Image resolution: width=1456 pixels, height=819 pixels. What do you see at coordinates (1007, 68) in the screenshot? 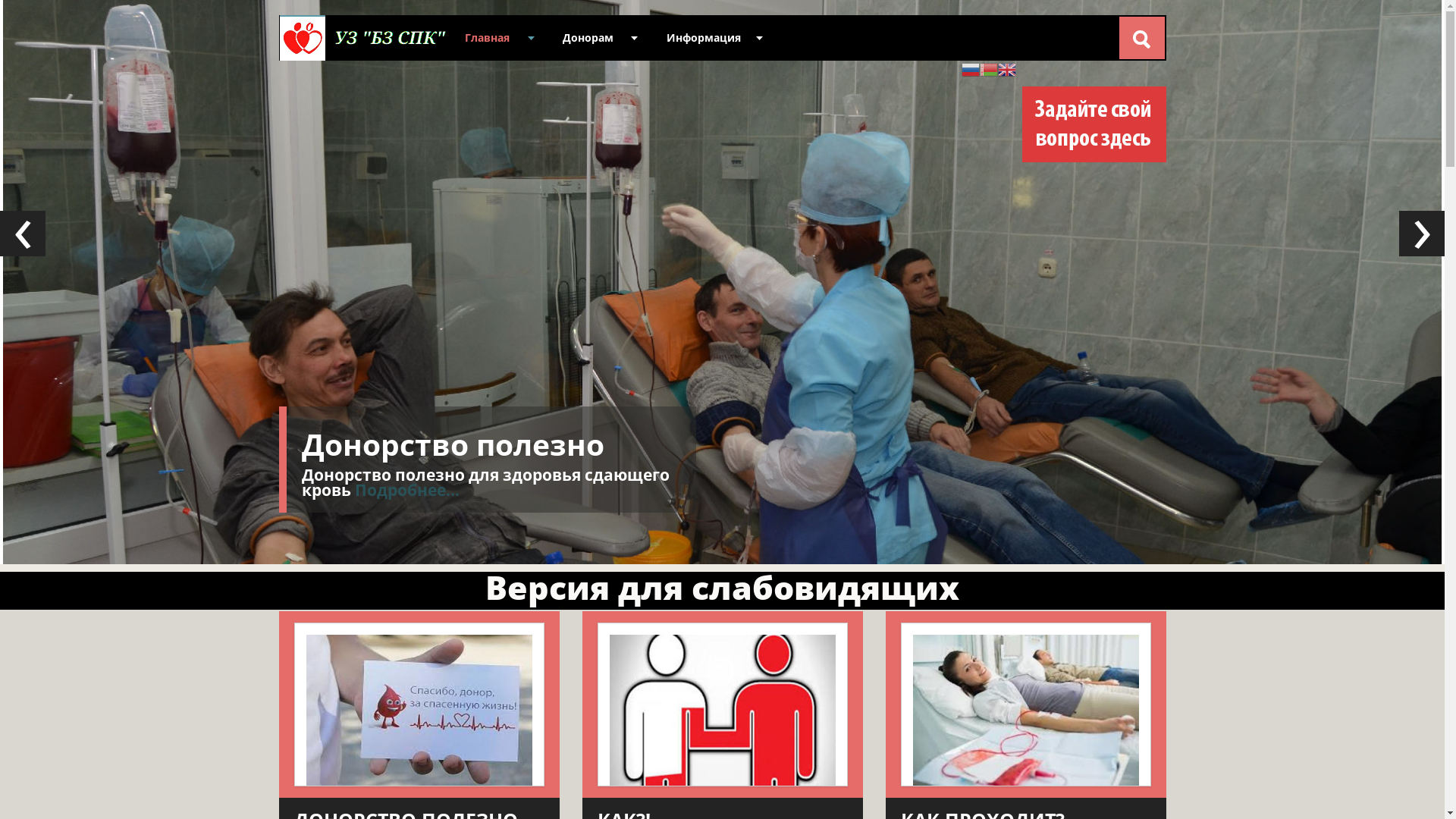
I see `'English'` at bounding box center [1007, 68].